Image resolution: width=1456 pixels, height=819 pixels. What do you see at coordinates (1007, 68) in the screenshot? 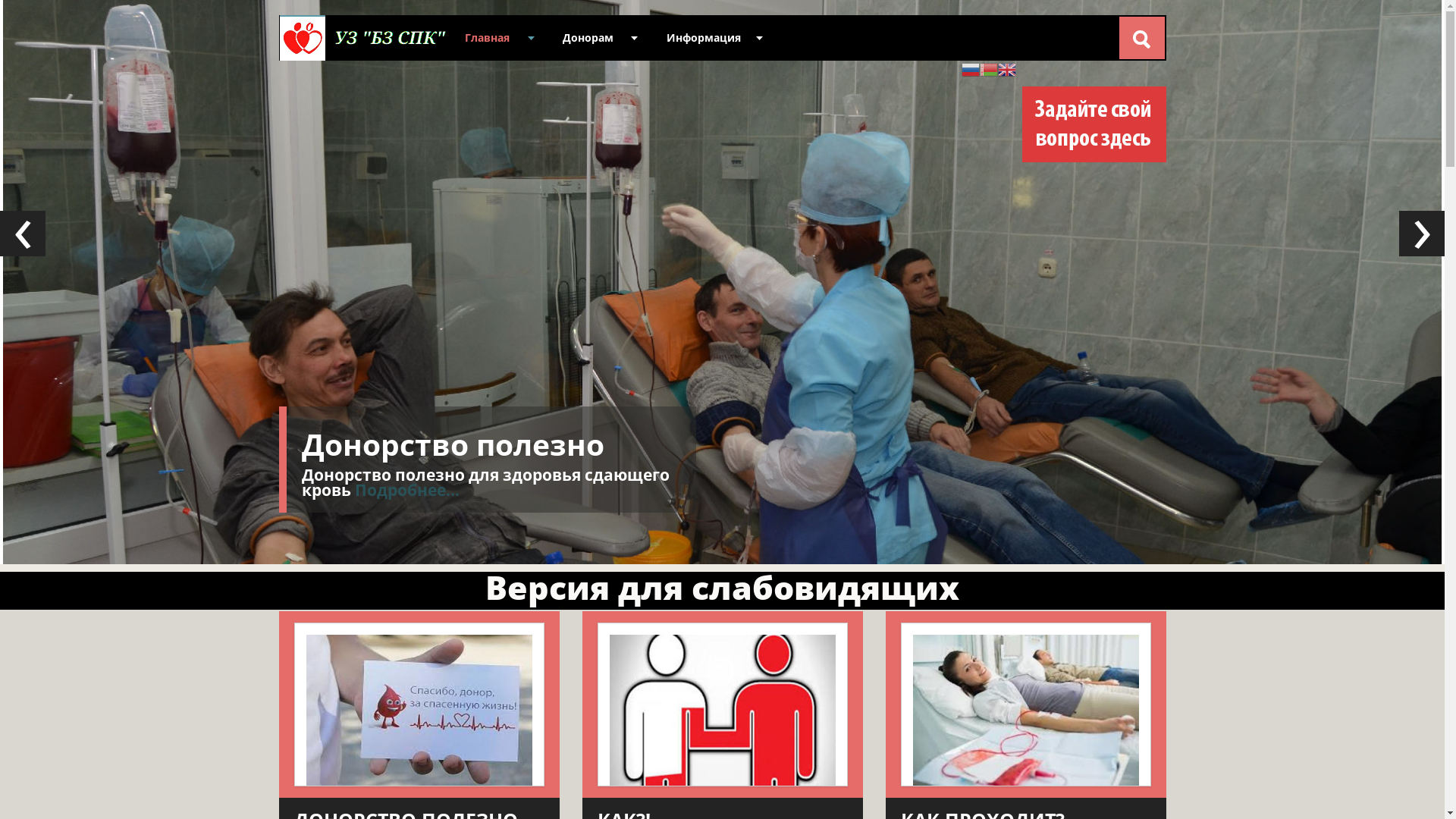
I see `'English'` at bounding box center [1007, 68].